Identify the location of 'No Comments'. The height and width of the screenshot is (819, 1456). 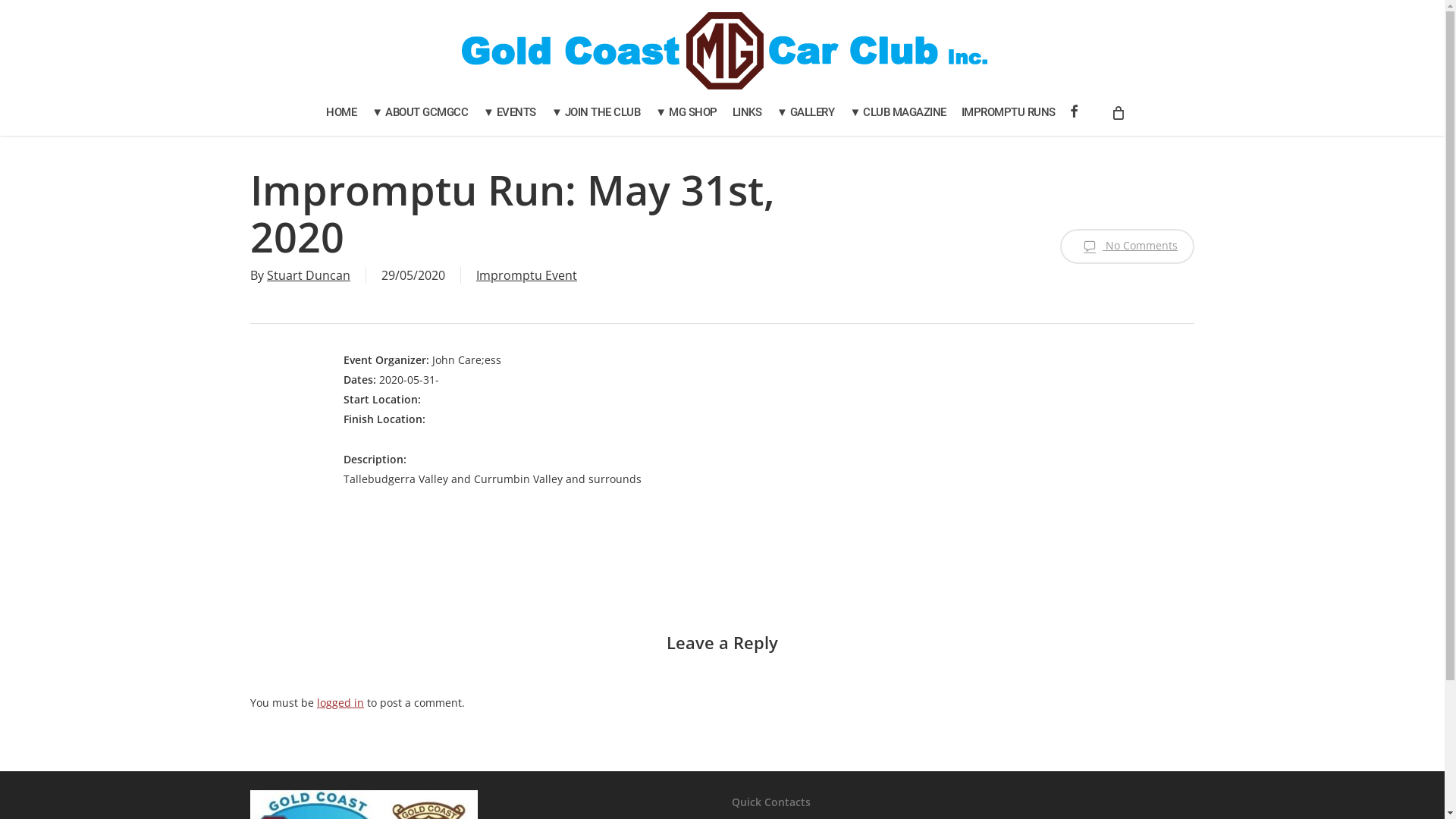
(1059, 245).